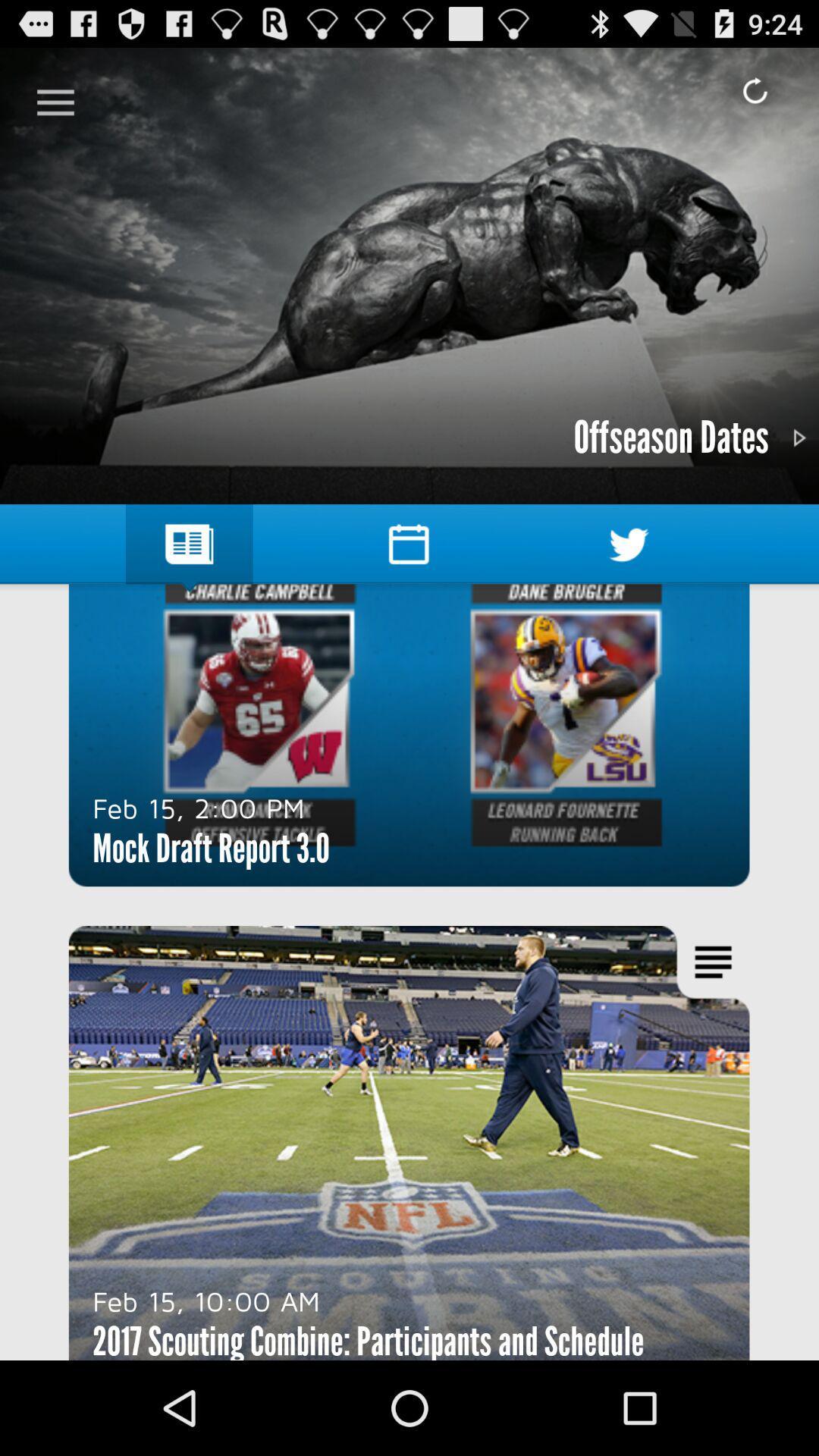 The height and width of the screenshot is (1456, 819). I want to click on the bird icon and below offseason dates, so click(629, 544).